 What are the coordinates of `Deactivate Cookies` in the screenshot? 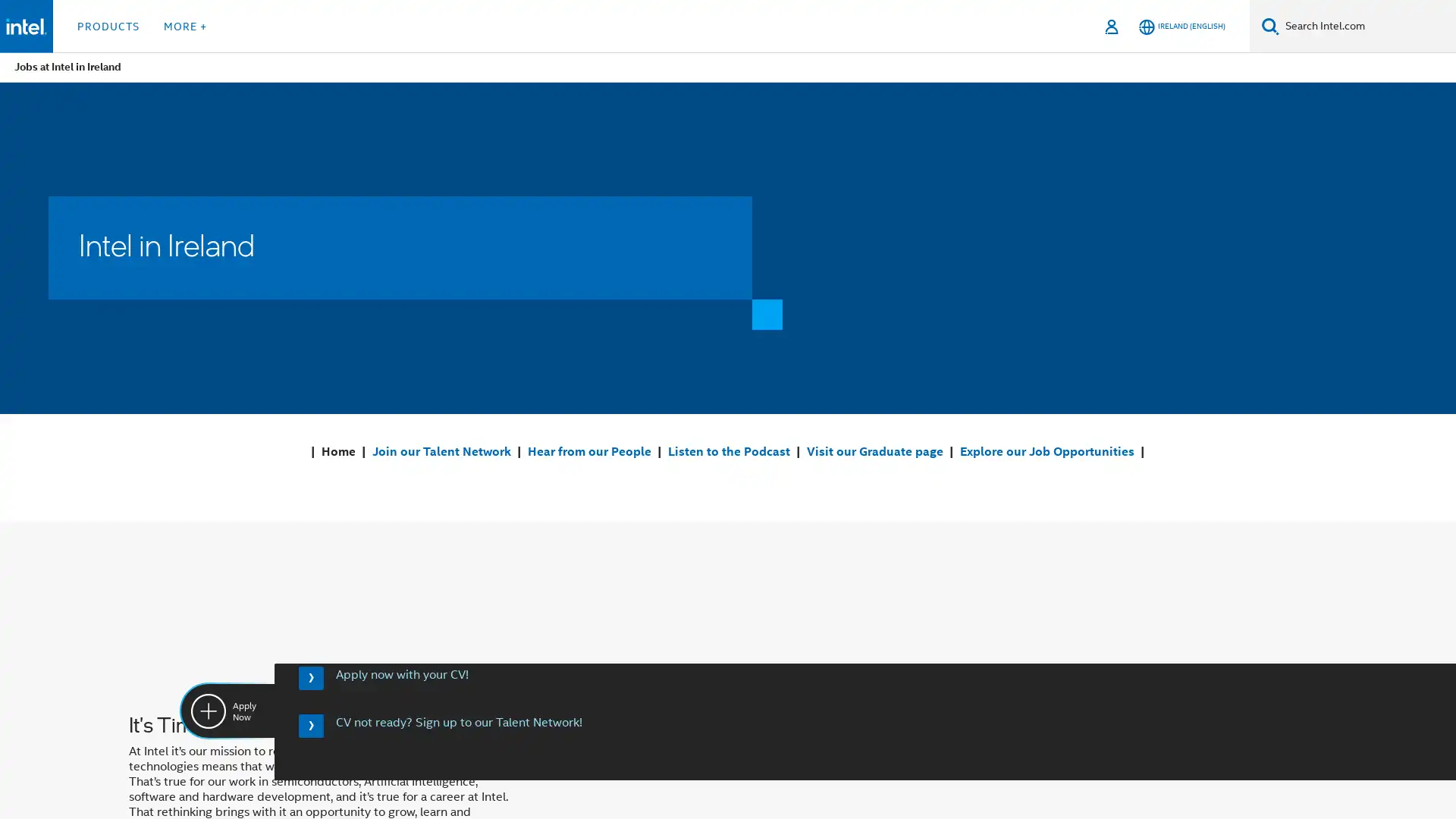 It's located at (1294, 774).